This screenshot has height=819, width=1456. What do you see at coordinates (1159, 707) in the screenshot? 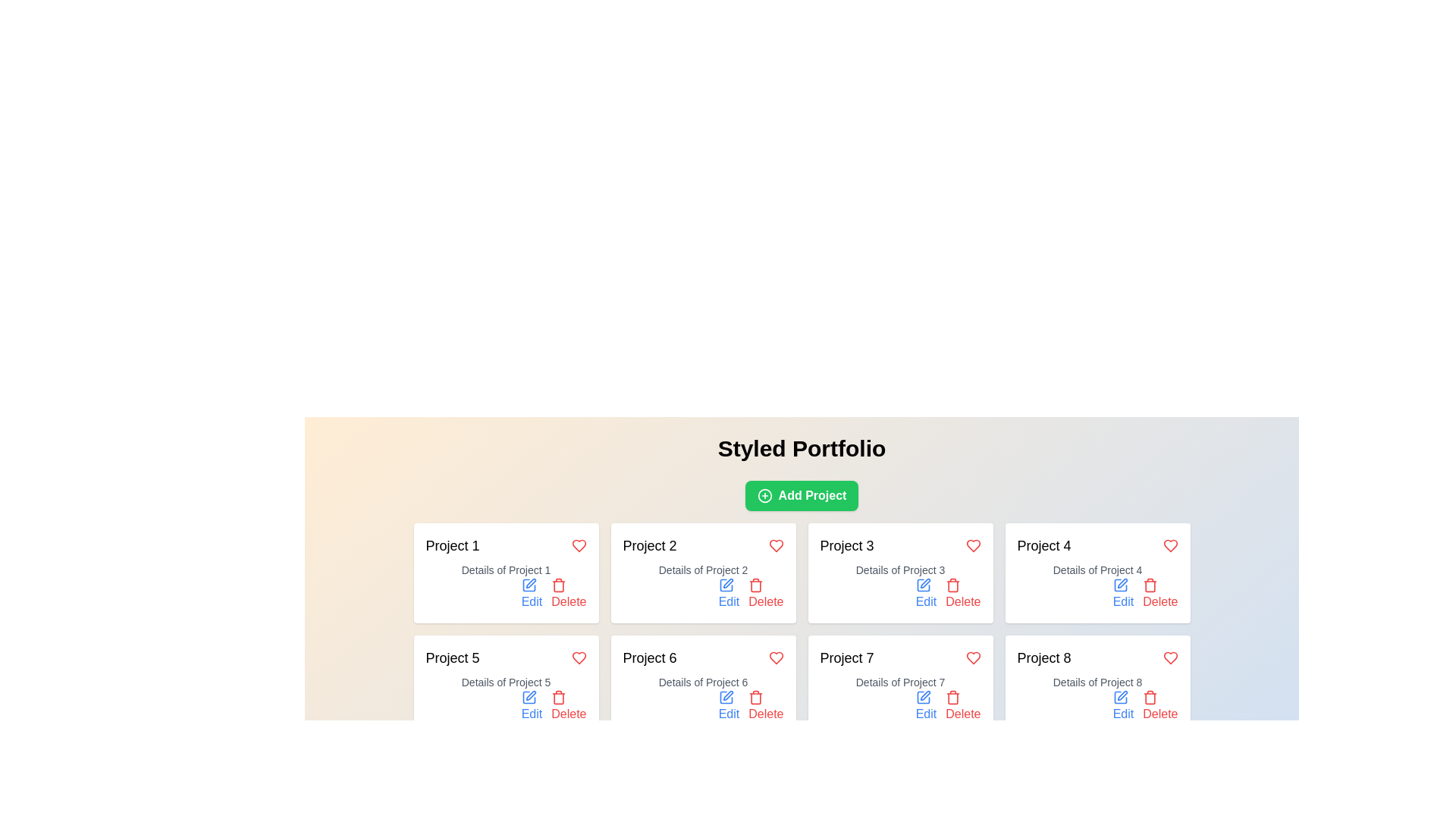
I see `the red 'Delete' button with bold text and a trash icon located in the bottom-right corner of the 'Project 8' card to observe any tooltips or color changes` at bounding box center [1159, 707].